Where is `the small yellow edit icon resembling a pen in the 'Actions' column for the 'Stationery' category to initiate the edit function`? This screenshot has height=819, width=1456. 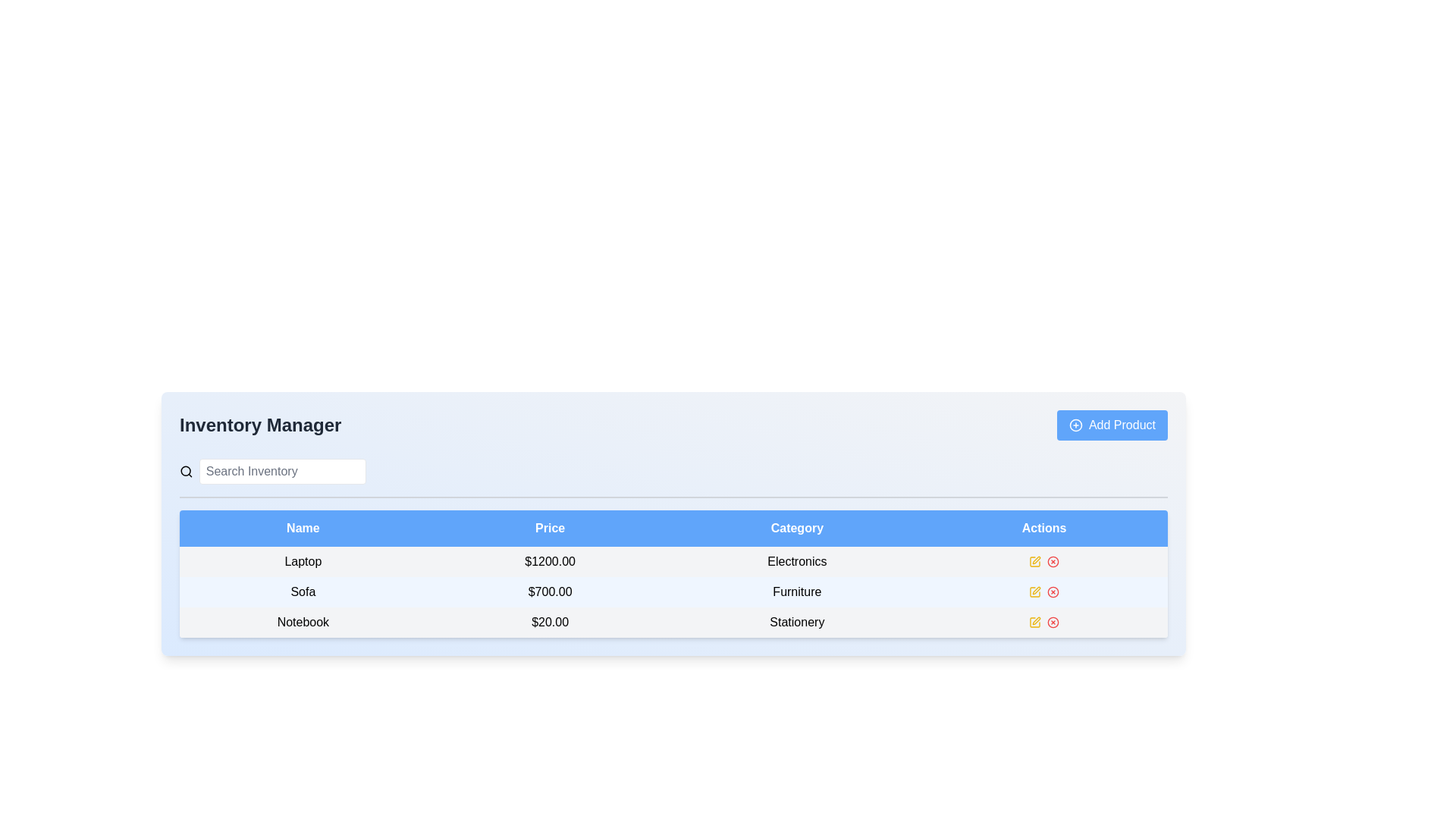
the small yellow edit icon resembling a pen in the 'Actions' column for the 'Stationery' category to initiate the edit function is located at coordinates (1034, 623).